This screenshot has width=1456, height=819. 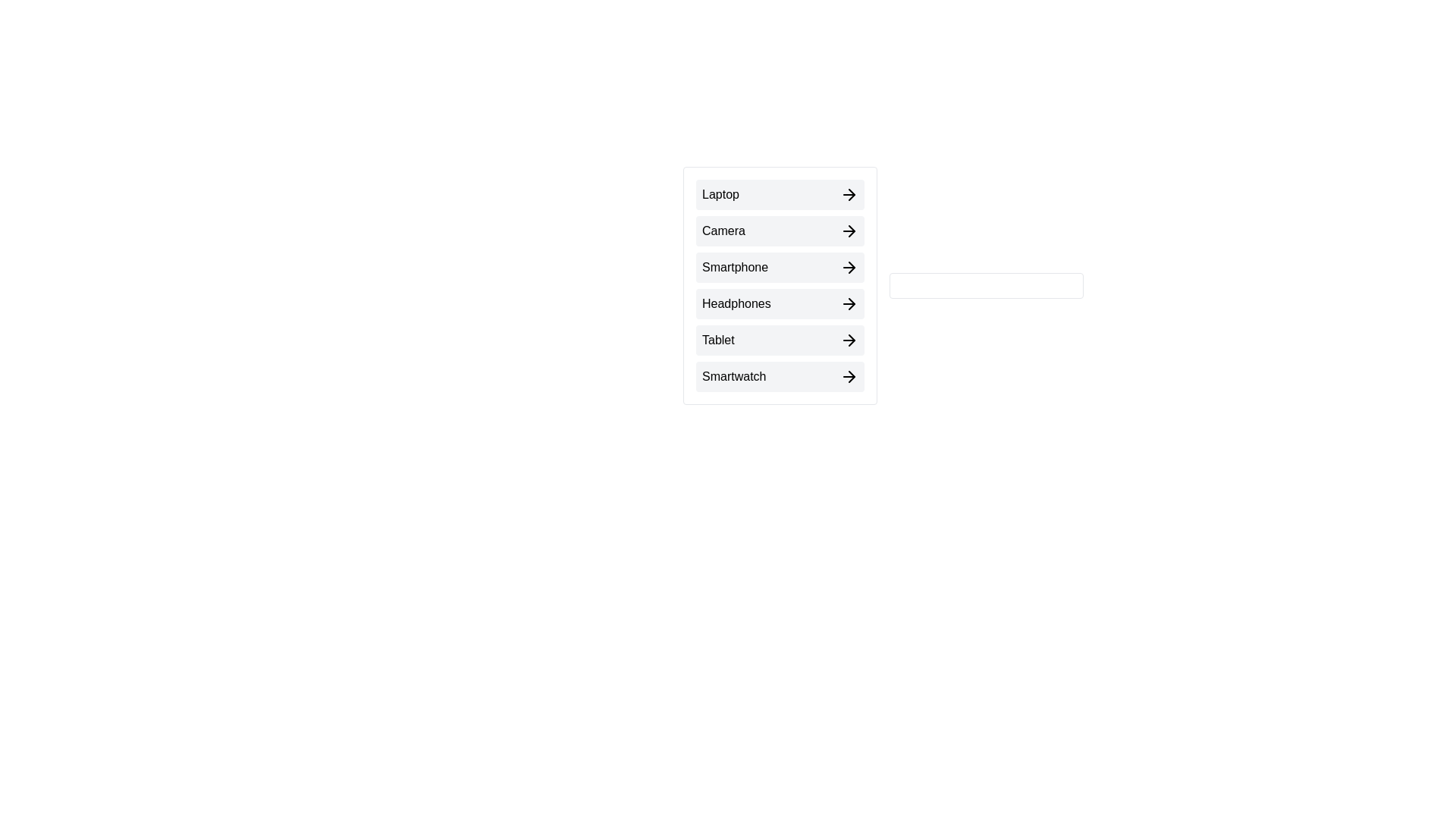 What do you see at coordinates (780, 231) in the screenshot?
I see `the arrow button next to Camera to move it to the right list` at bounding box center [780, 231].